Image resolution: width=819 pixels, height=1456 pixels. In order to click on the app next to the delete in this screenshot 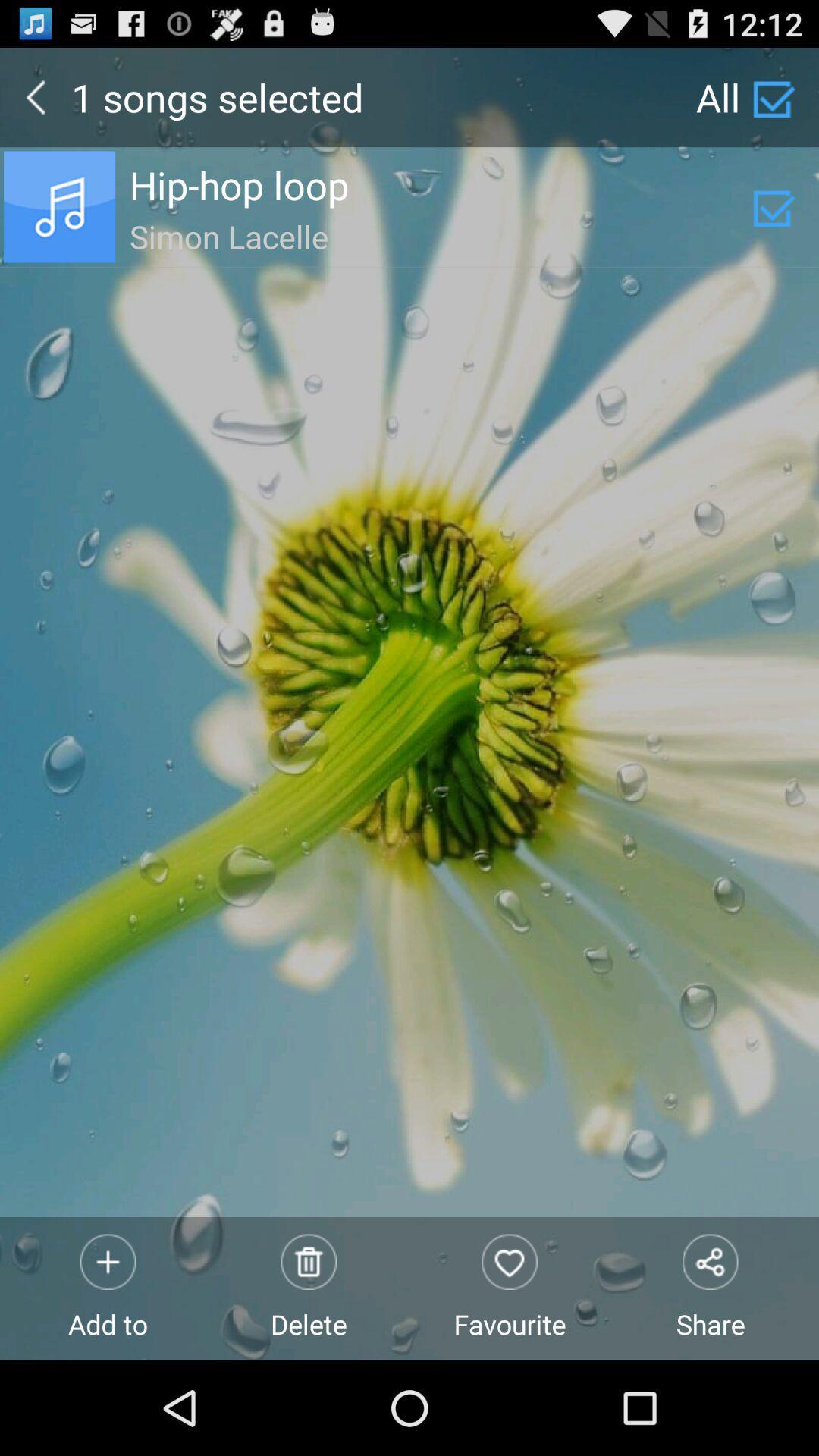, I will do `click(107, 1288)`.